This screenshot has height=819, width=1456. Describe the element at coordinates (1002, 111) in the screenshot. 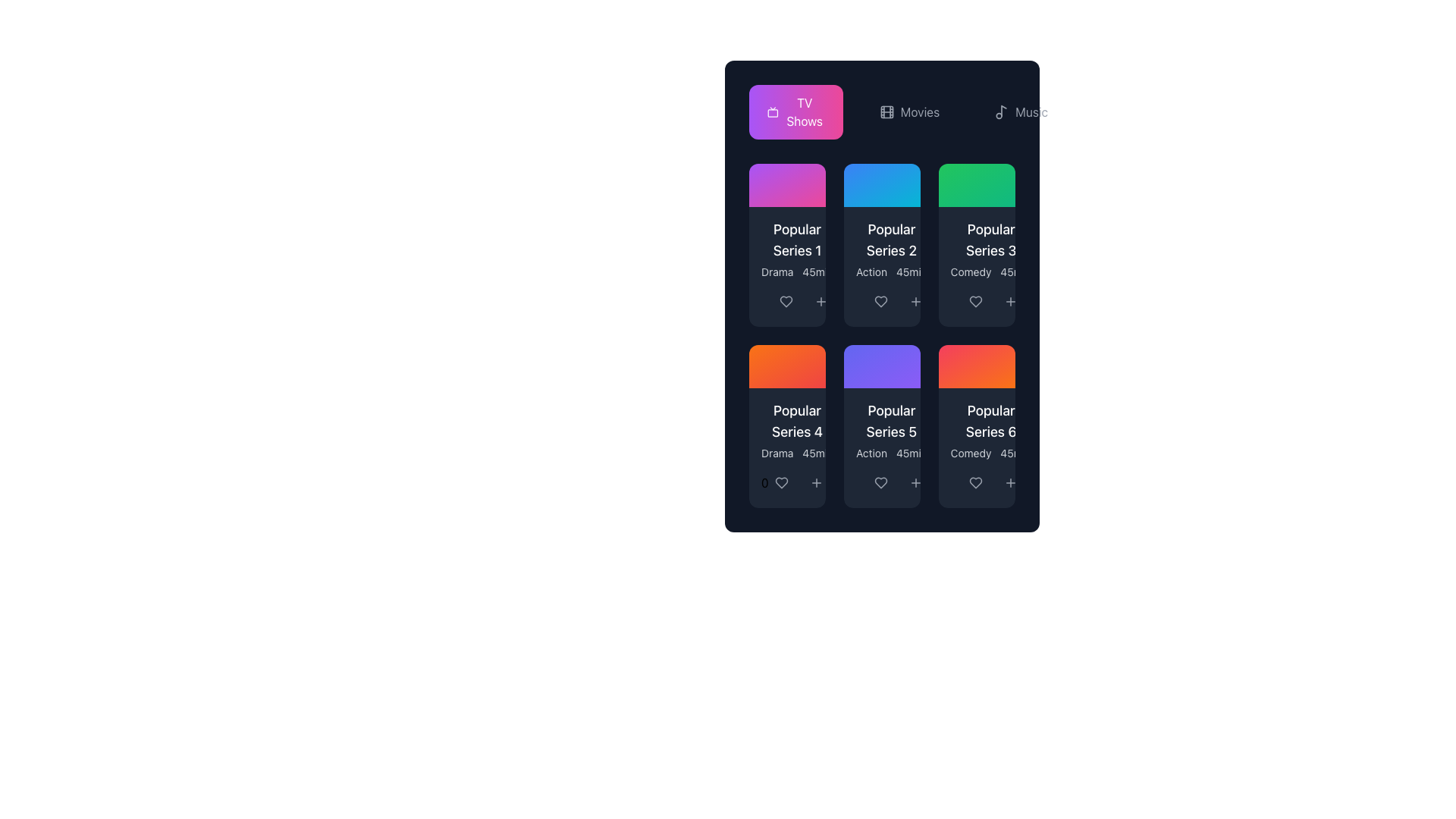

I see `the simplified musical note icon located in the top navigation bar, adjacent to the 'Music' text label` at that location.